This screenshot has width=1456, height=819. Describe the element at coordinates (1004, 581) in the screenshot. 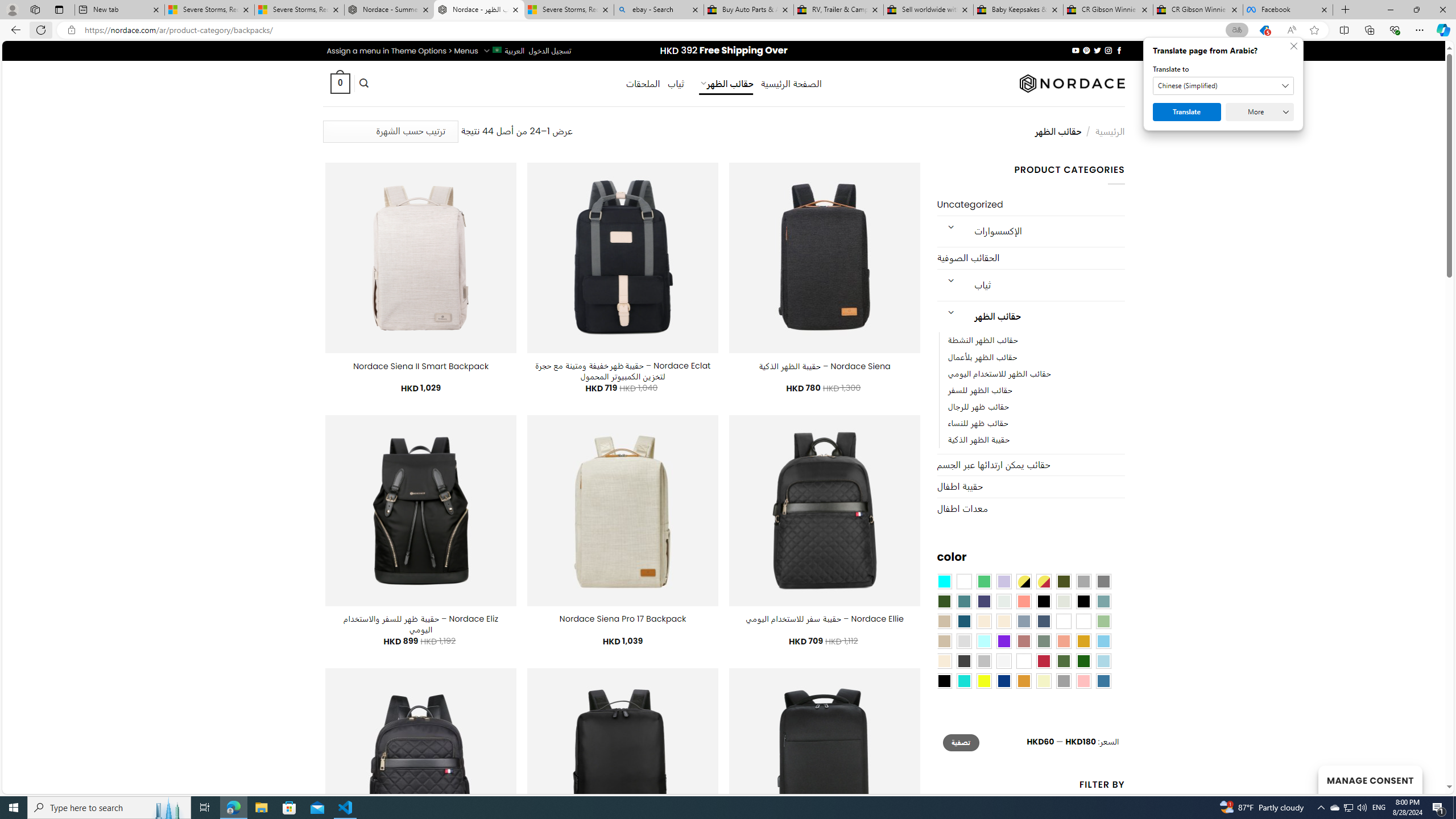

I see `'Light Purple'` at that location.